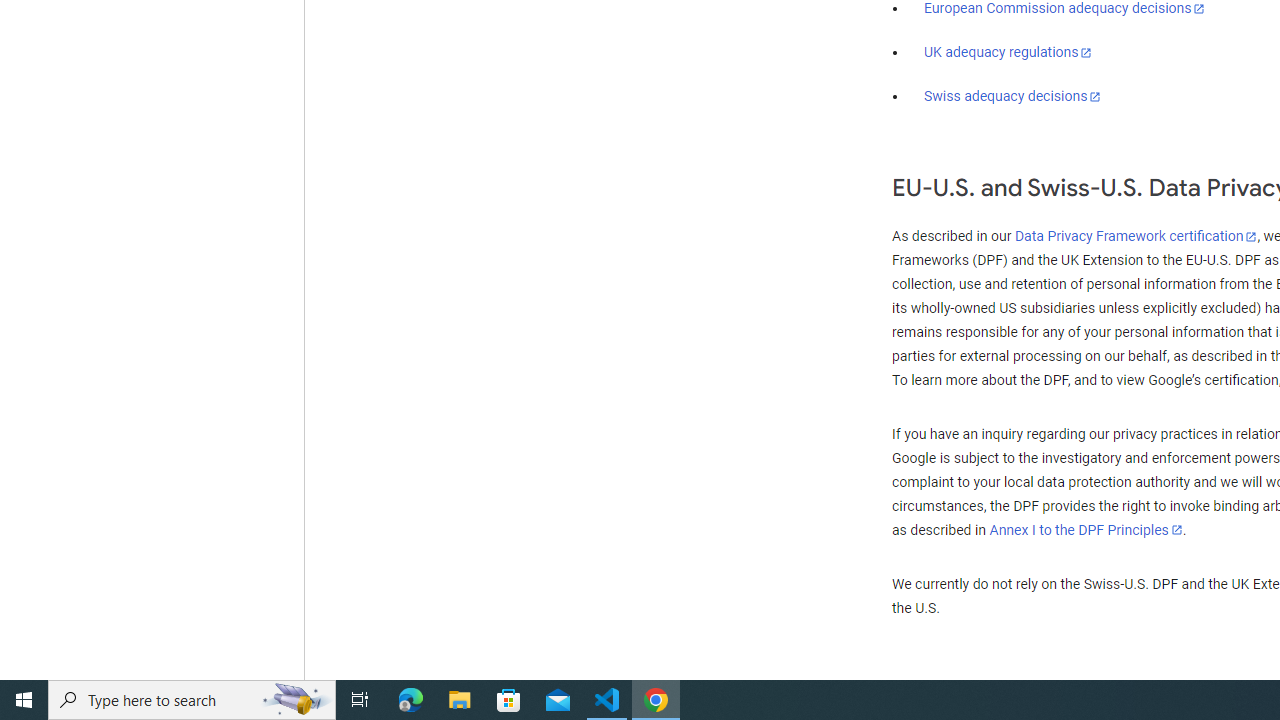 This screenshot has width=1280, height=720. I want to click on 'Swiss adequacy decisions', so click(1013, 96).